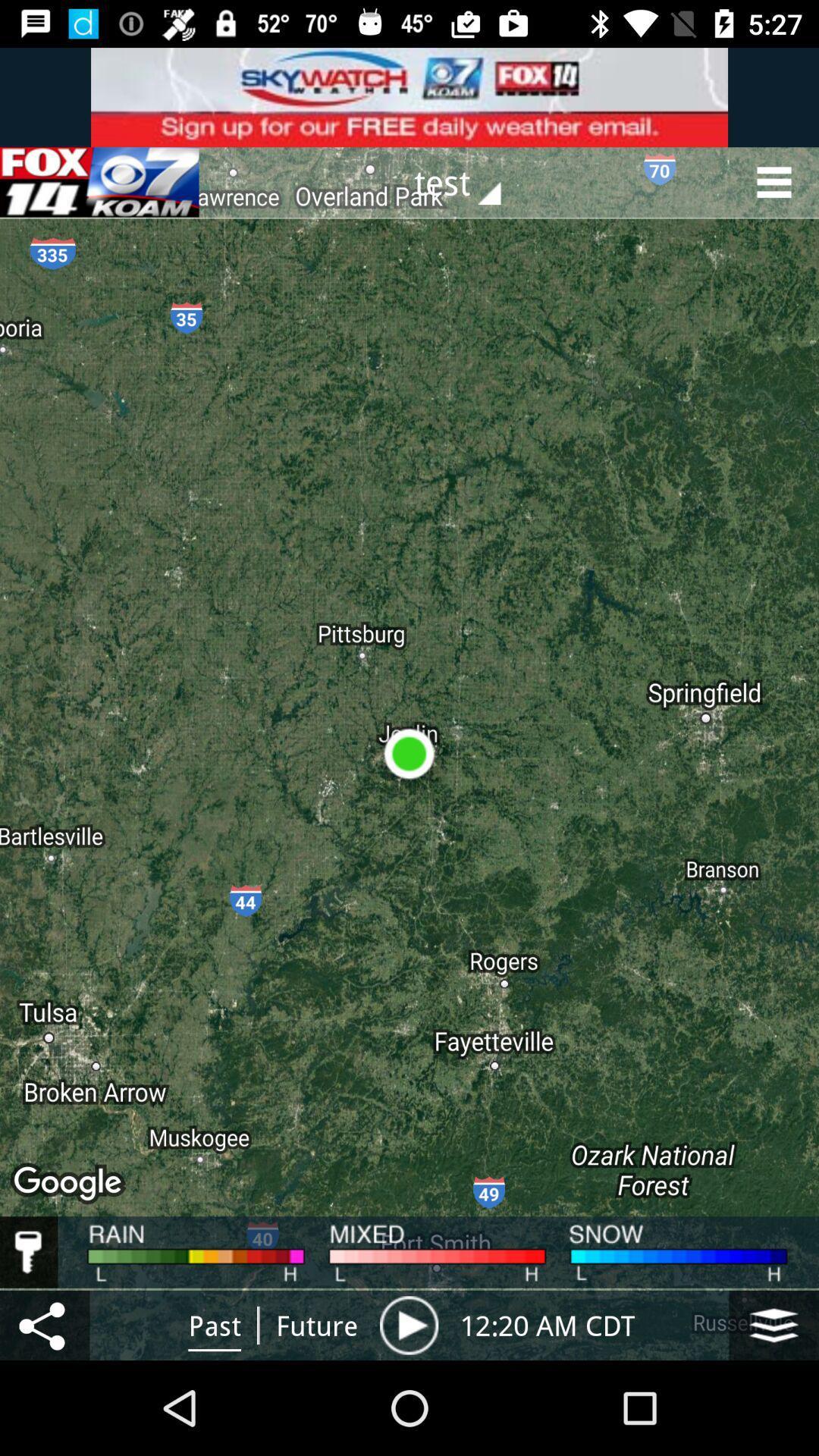  I want to click on the layers icon, so click(773, 1324).